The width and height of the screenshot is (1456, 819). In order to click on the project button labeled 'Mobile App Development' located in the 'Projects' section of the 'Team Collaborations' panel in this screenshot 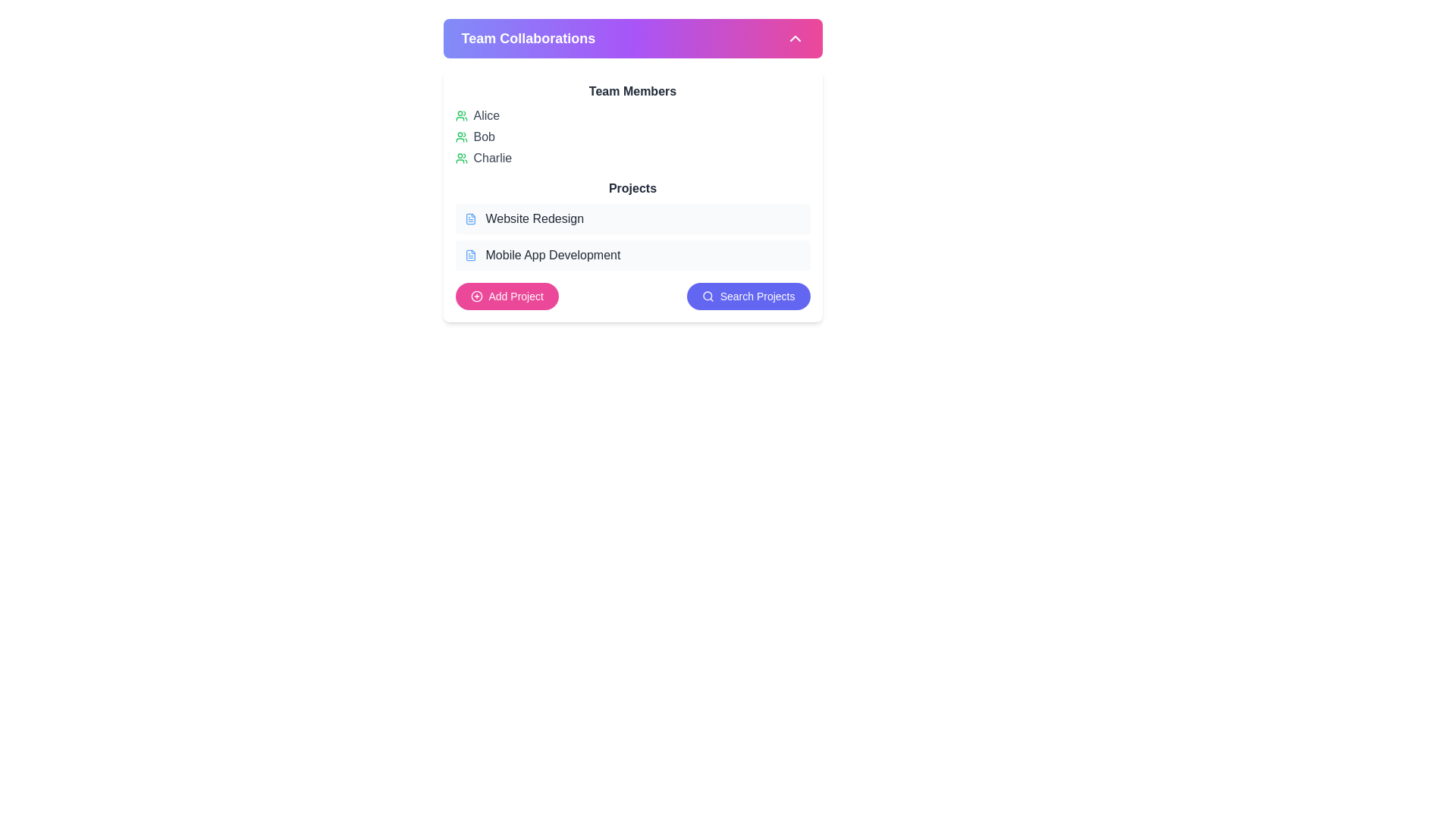, I will do `click(632, 254)`.